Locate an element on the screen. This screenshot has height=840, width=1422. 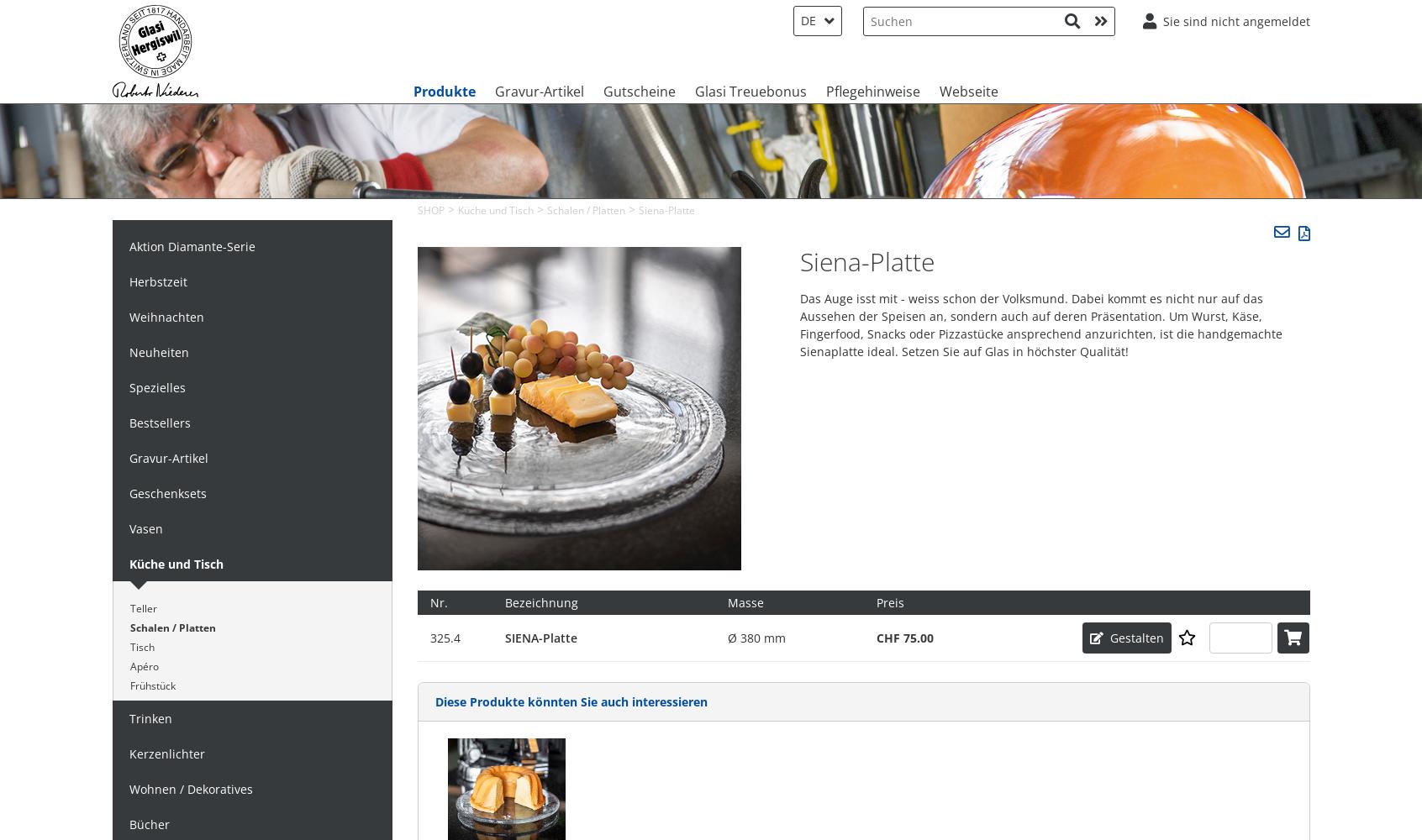
'Tisch' is located at coordinates (140, 646).